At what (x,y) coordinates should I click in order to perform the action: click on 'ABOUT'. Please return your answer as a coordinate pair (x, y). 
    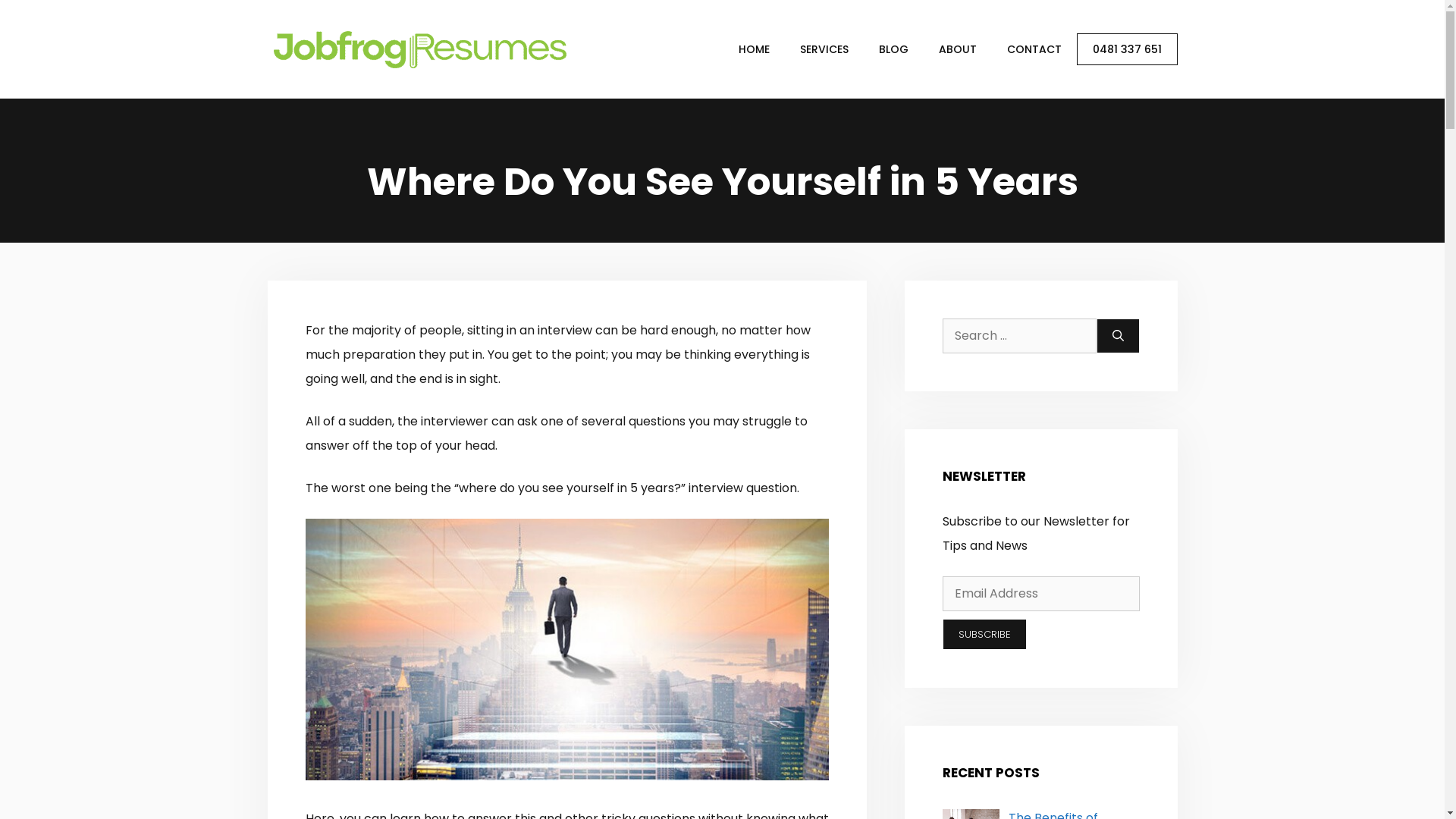
    Looking at the image, I should click on (956, 49).